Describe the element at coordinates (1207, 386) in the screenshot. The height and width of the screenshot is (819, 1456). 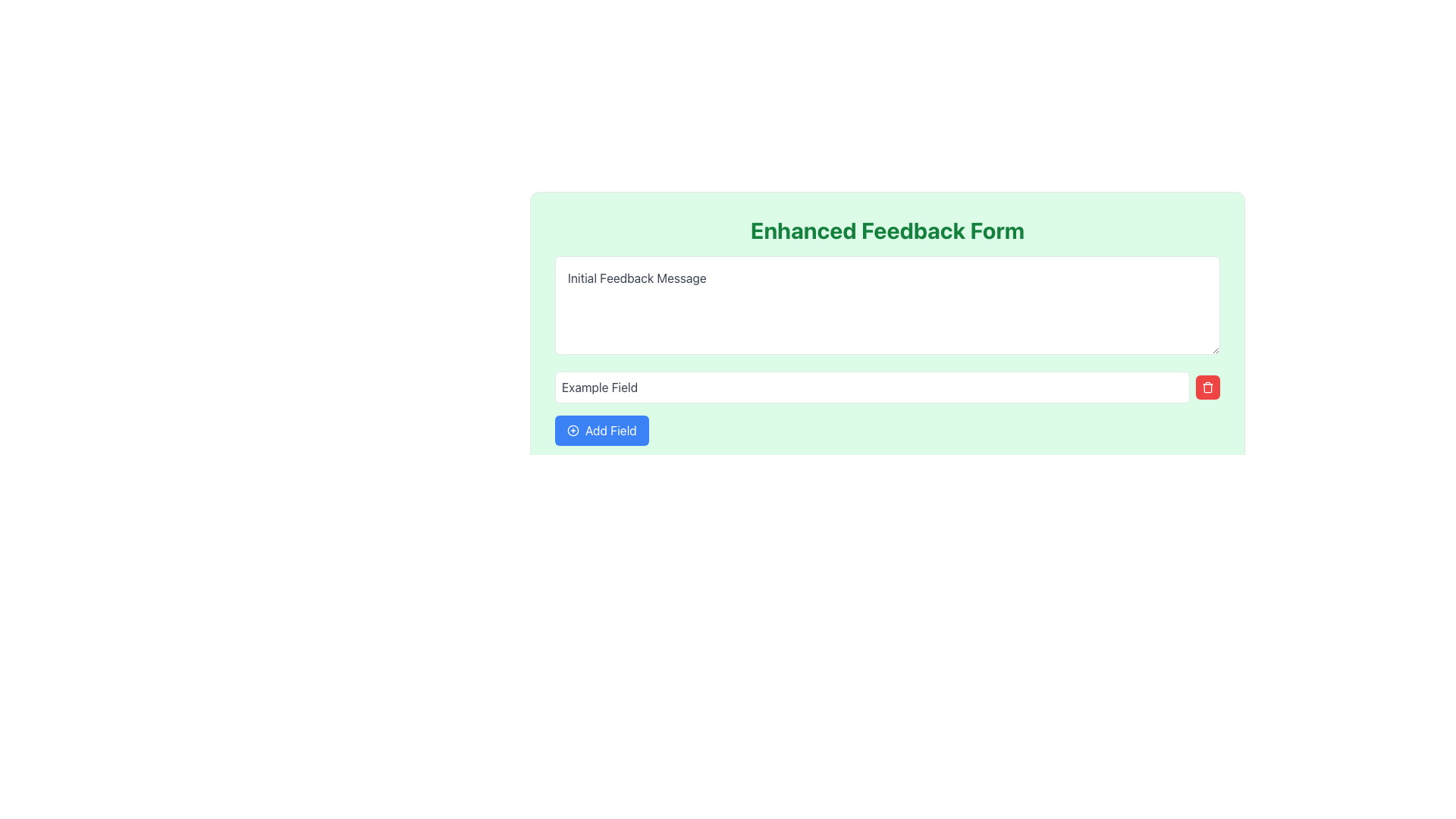
I see `the small red trash icon inside the red button next to the input field labeled 'Example Field' for keyboard accessibility` at that location.